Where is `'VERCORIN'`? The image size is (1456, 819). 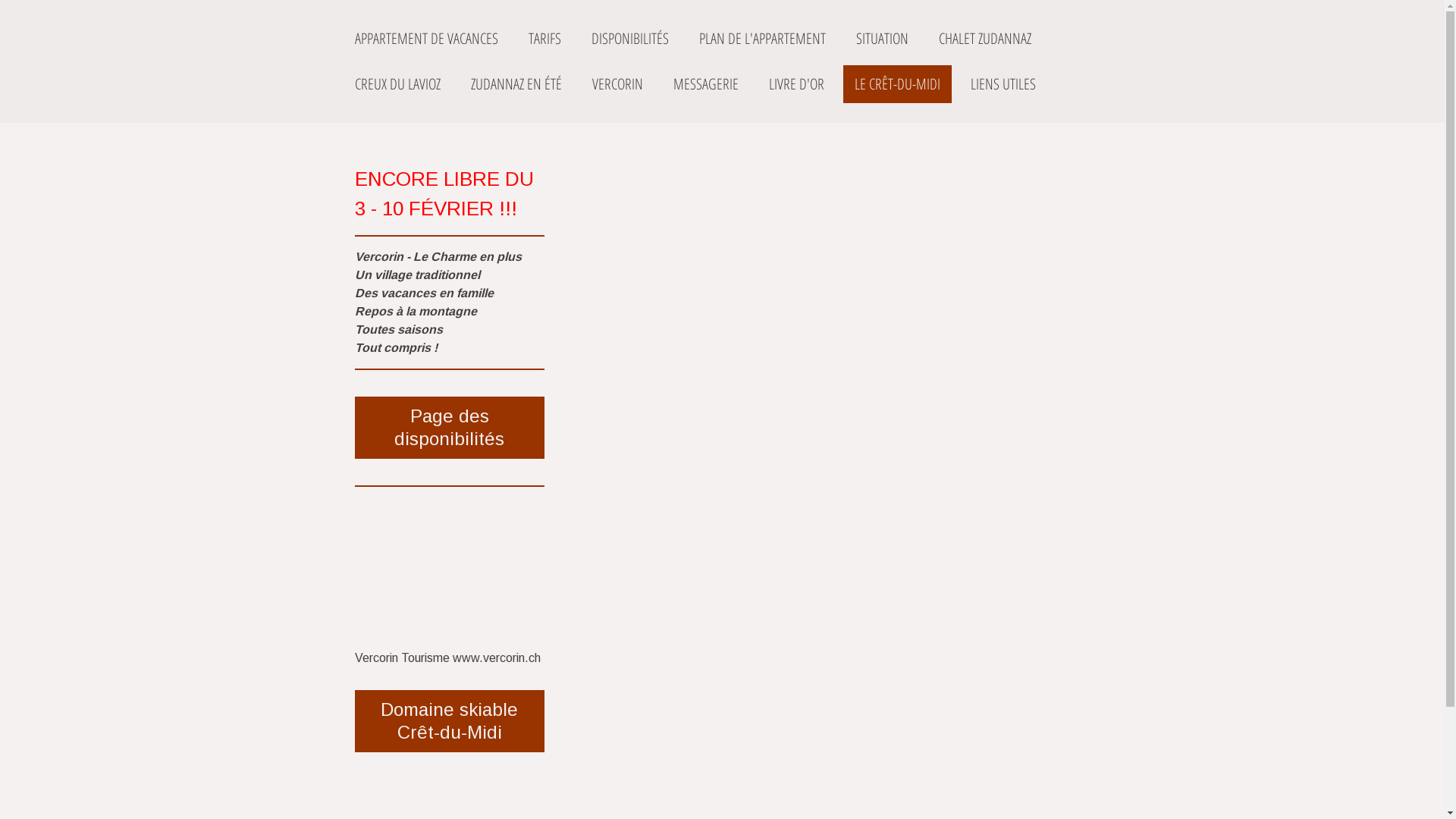
'VERCORIN' is located at coordinates (580, 84).